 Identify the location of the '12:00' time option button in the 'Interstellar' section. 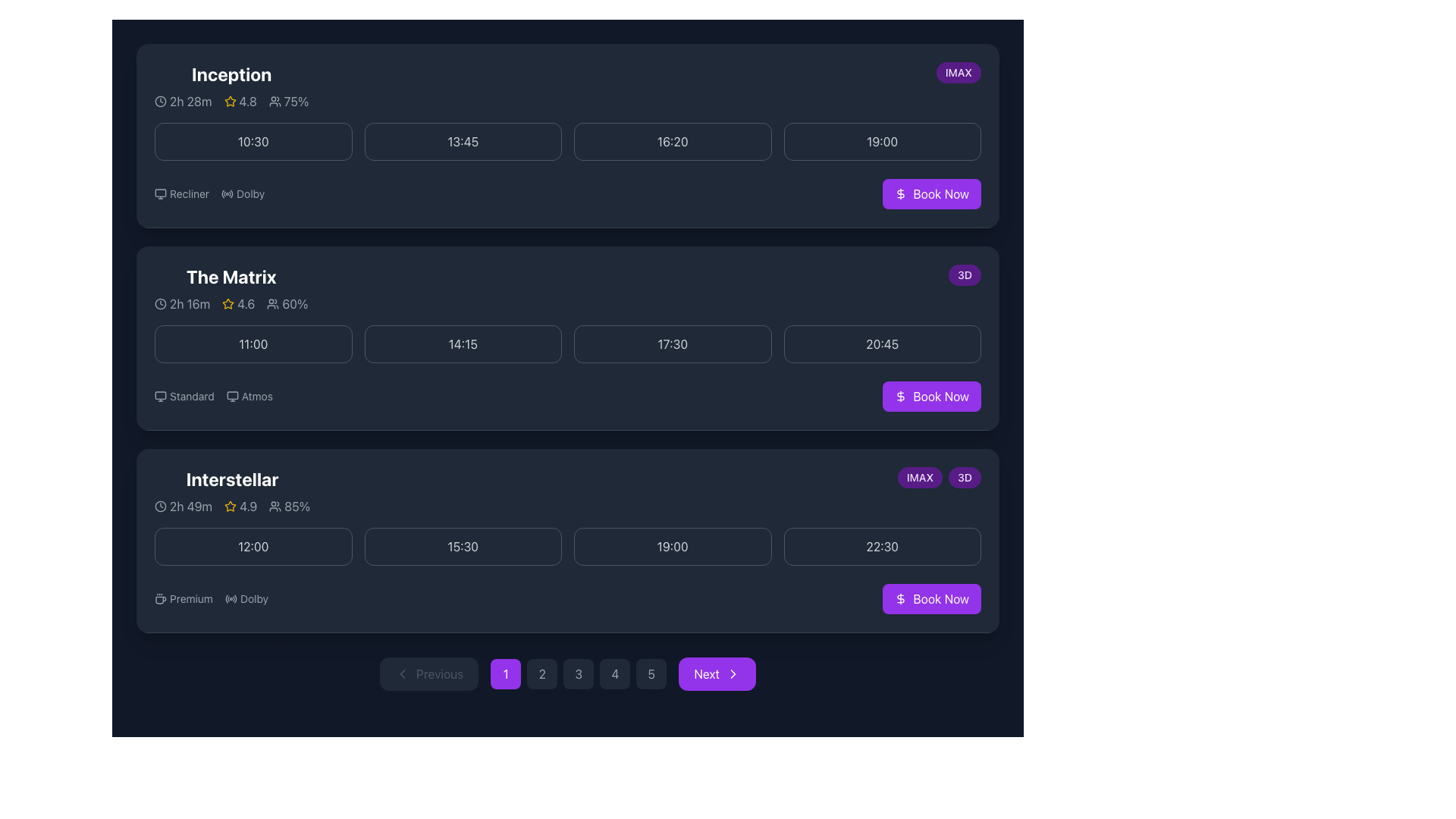
(253, 547).